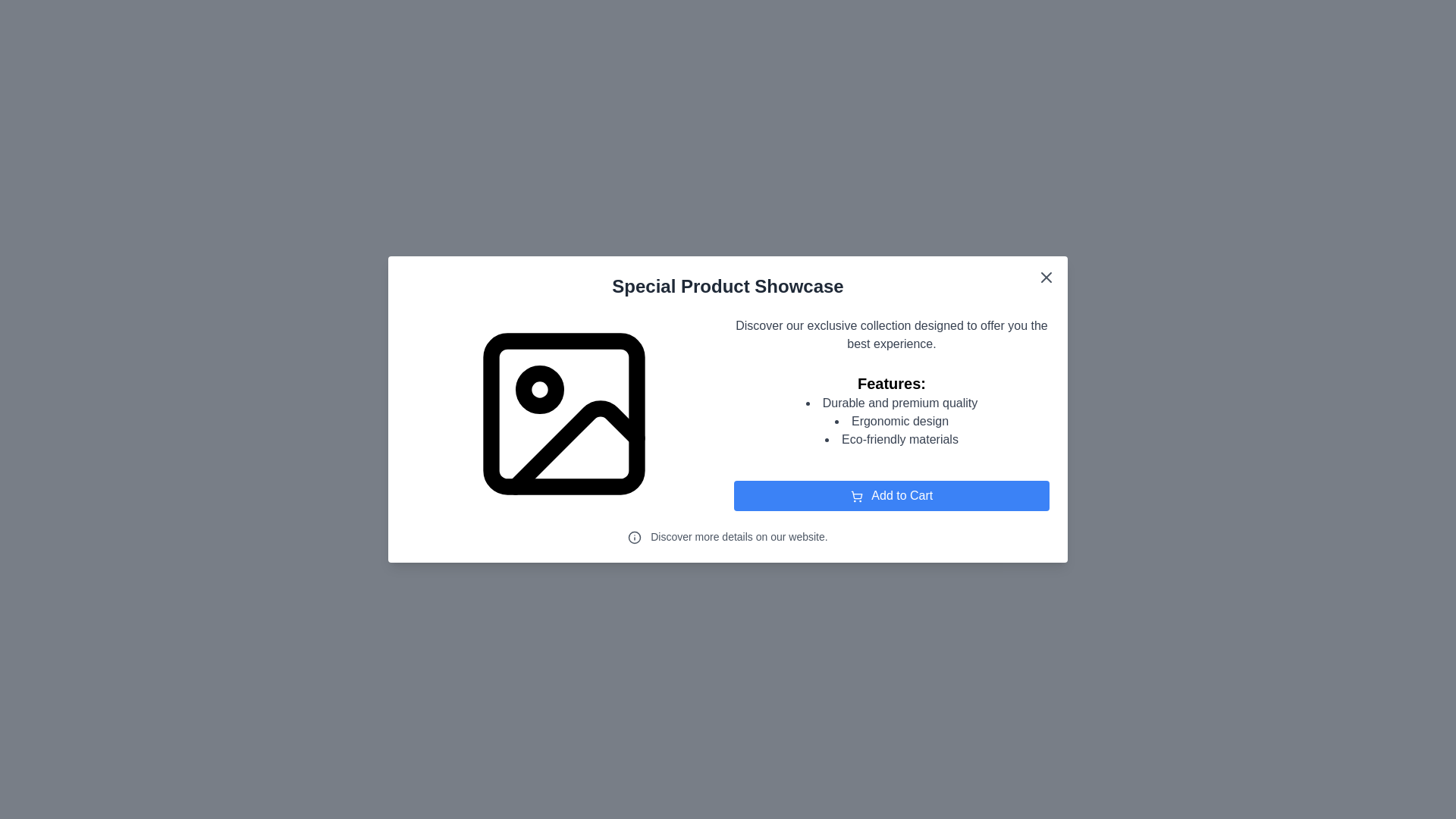  What do you see at coordinates (563, 413) in the screenshot?
I see `the Decoration element within the SVG graphic located in the center-left section of the modal dialog box, which serves as a background or shadow detail` at bounding box center [563, 413].